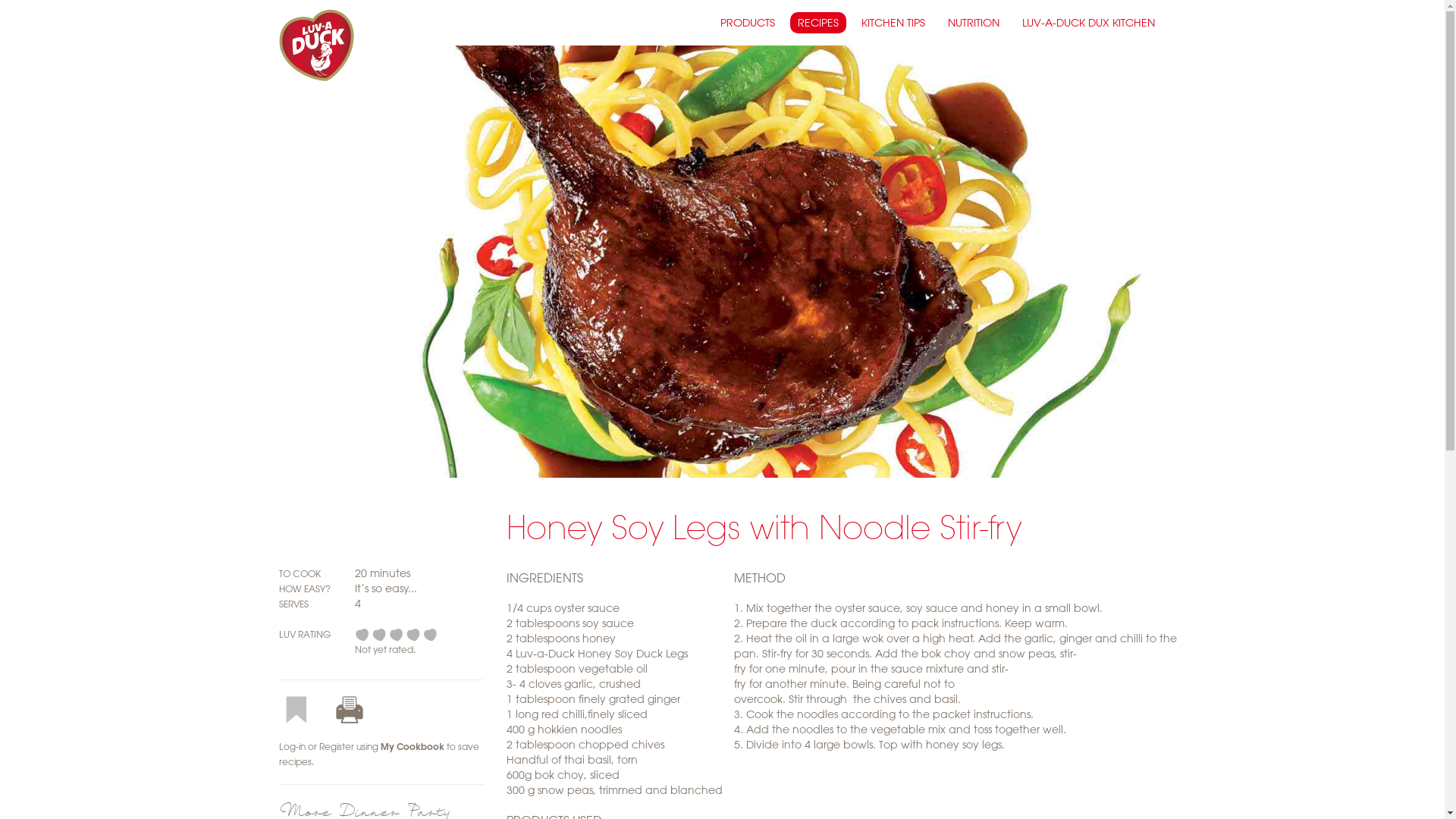 This screenshot has height=819, width=1456. Describe the element at coordinates (893, 23) in the screenshot. I see `'KITCHEN TIPS'` at that location.